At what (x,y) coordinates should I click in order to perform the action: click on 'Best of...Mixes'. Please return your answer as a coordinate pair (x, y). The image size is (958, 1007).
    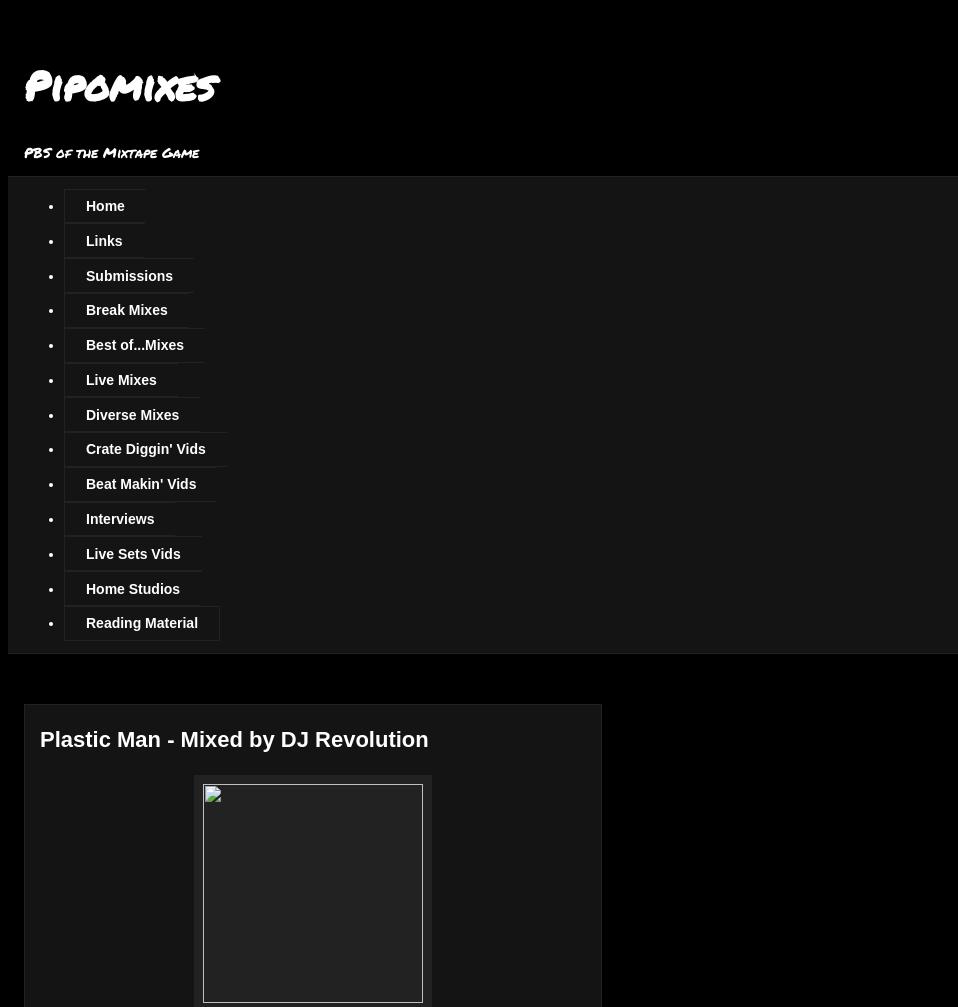
    Looking at the image, I should click on (134, 344).